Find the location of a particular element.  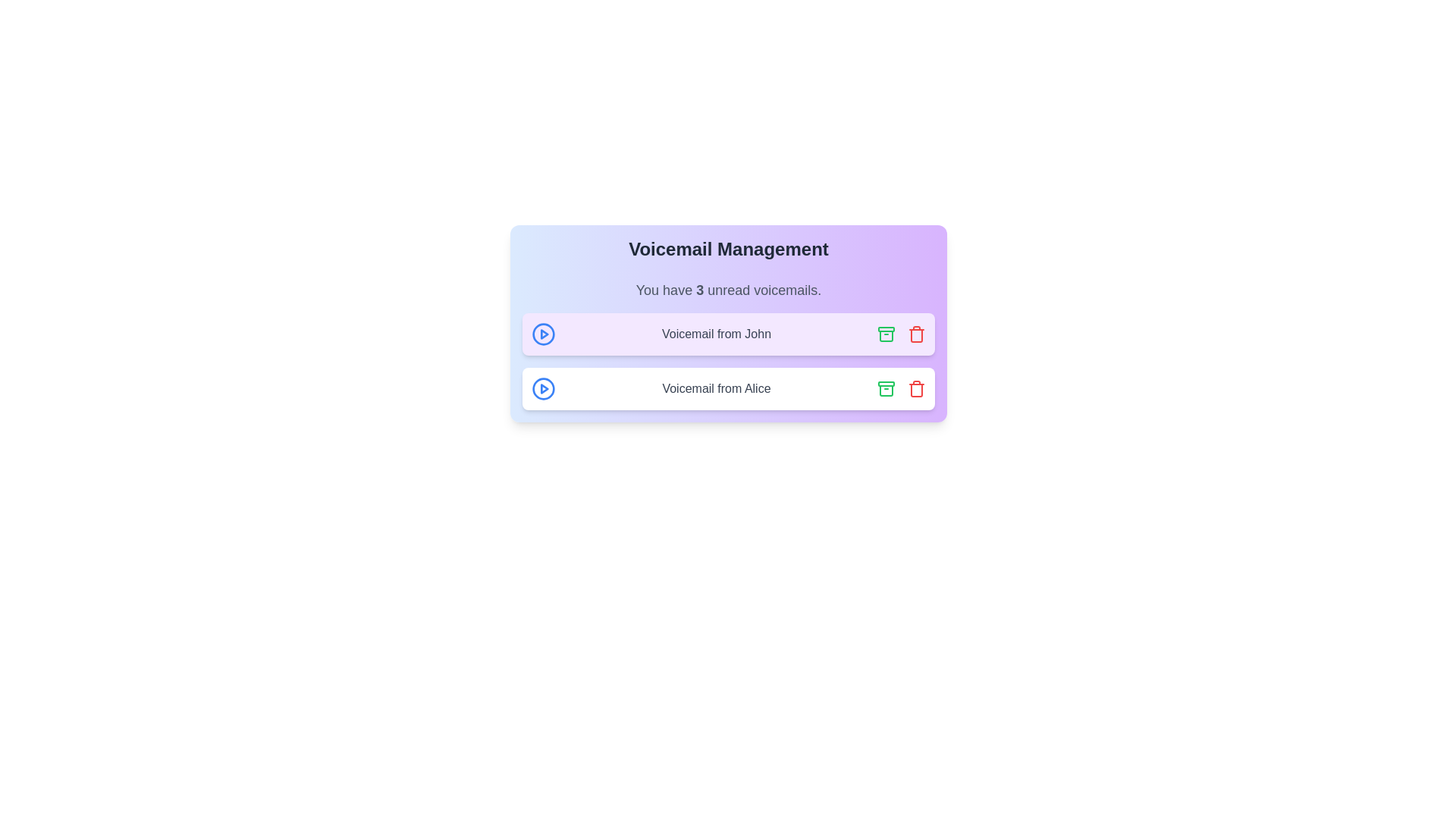

the delete button associated with the voicemail item labeled 'Voicemail from John' is located at coordinates (916, 333).